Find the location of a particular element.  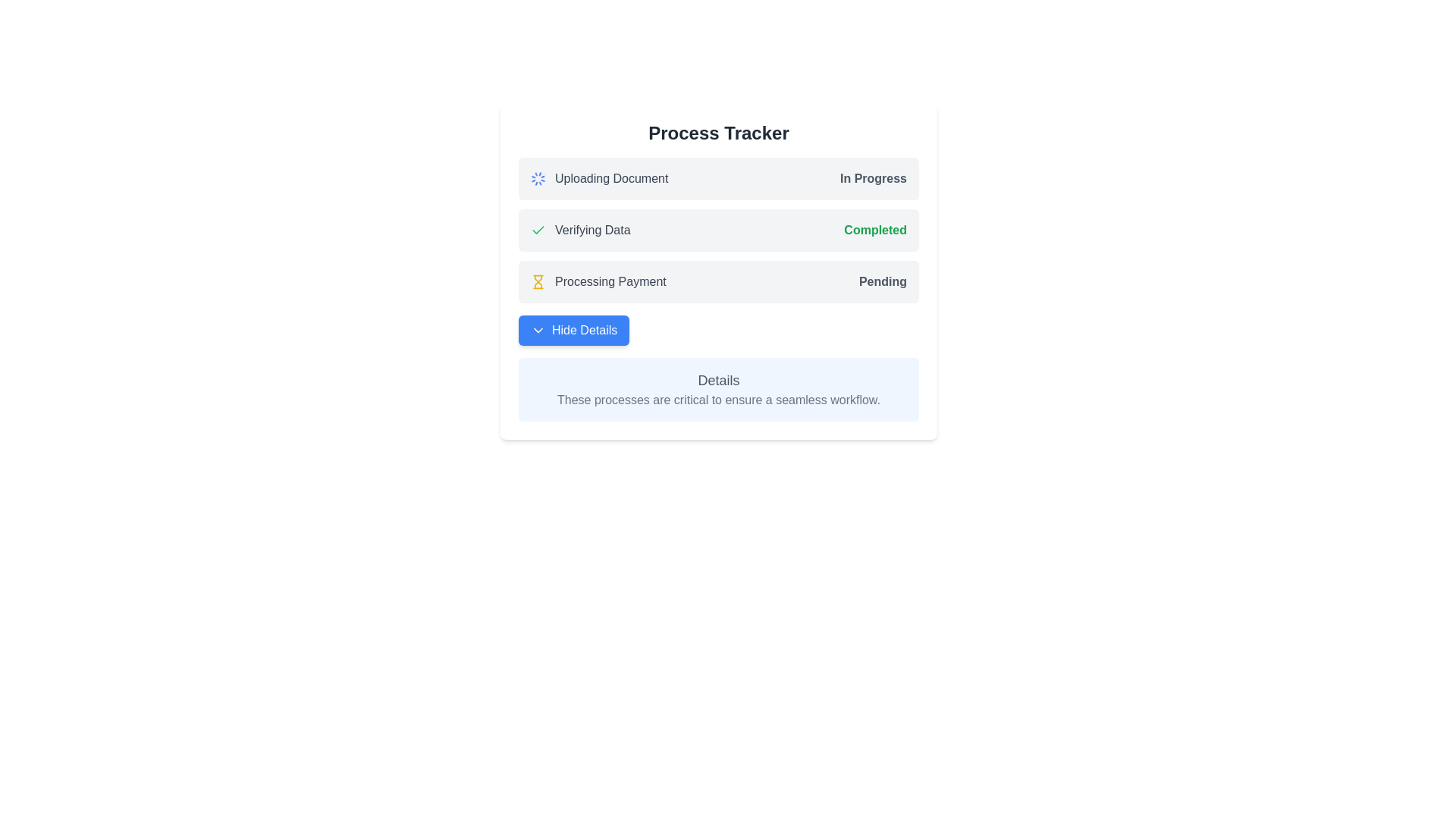

the circular spinning loader icon, which is located at the leftmost side of the 'Uploading Document' row in the process tracker interface is located at coordinates (538, 177).